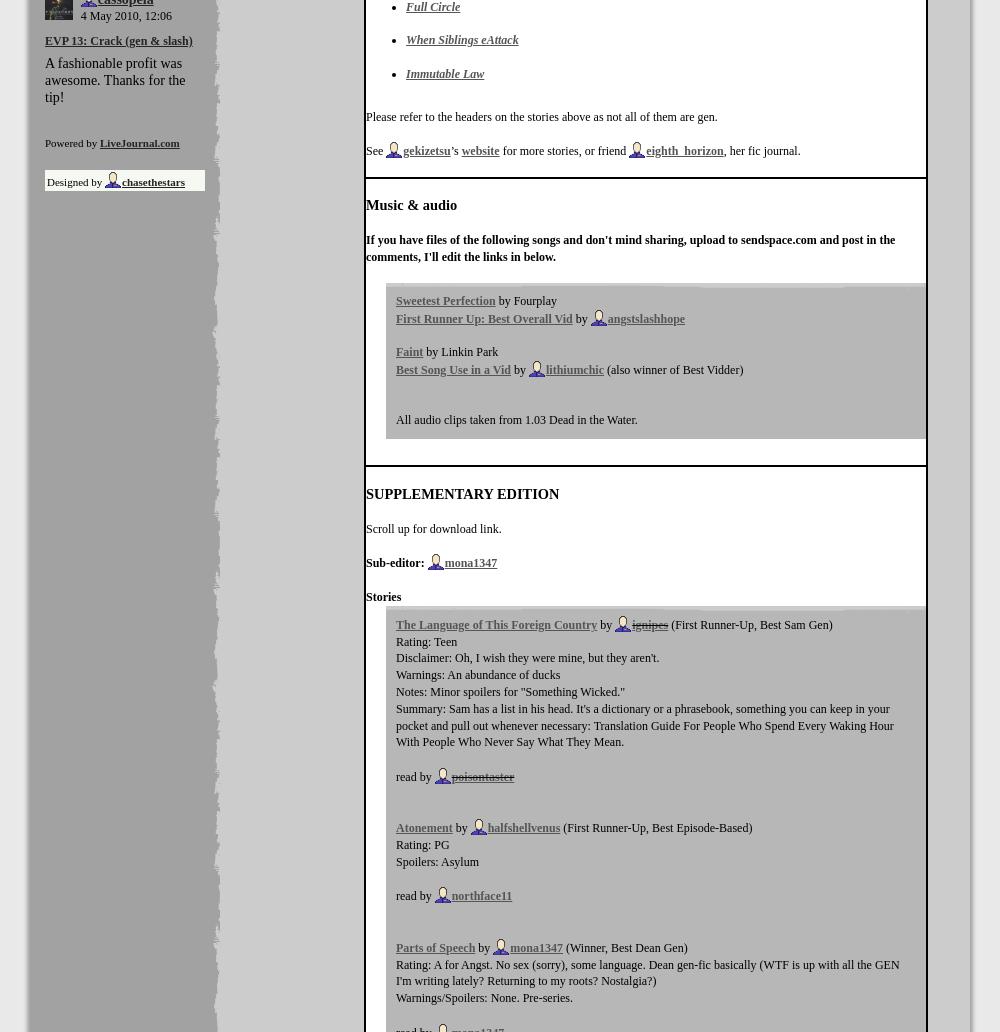 This screenshot has width=1000, height=1032. I want to click on 'When Siblings eAttack', so click(461, 40).